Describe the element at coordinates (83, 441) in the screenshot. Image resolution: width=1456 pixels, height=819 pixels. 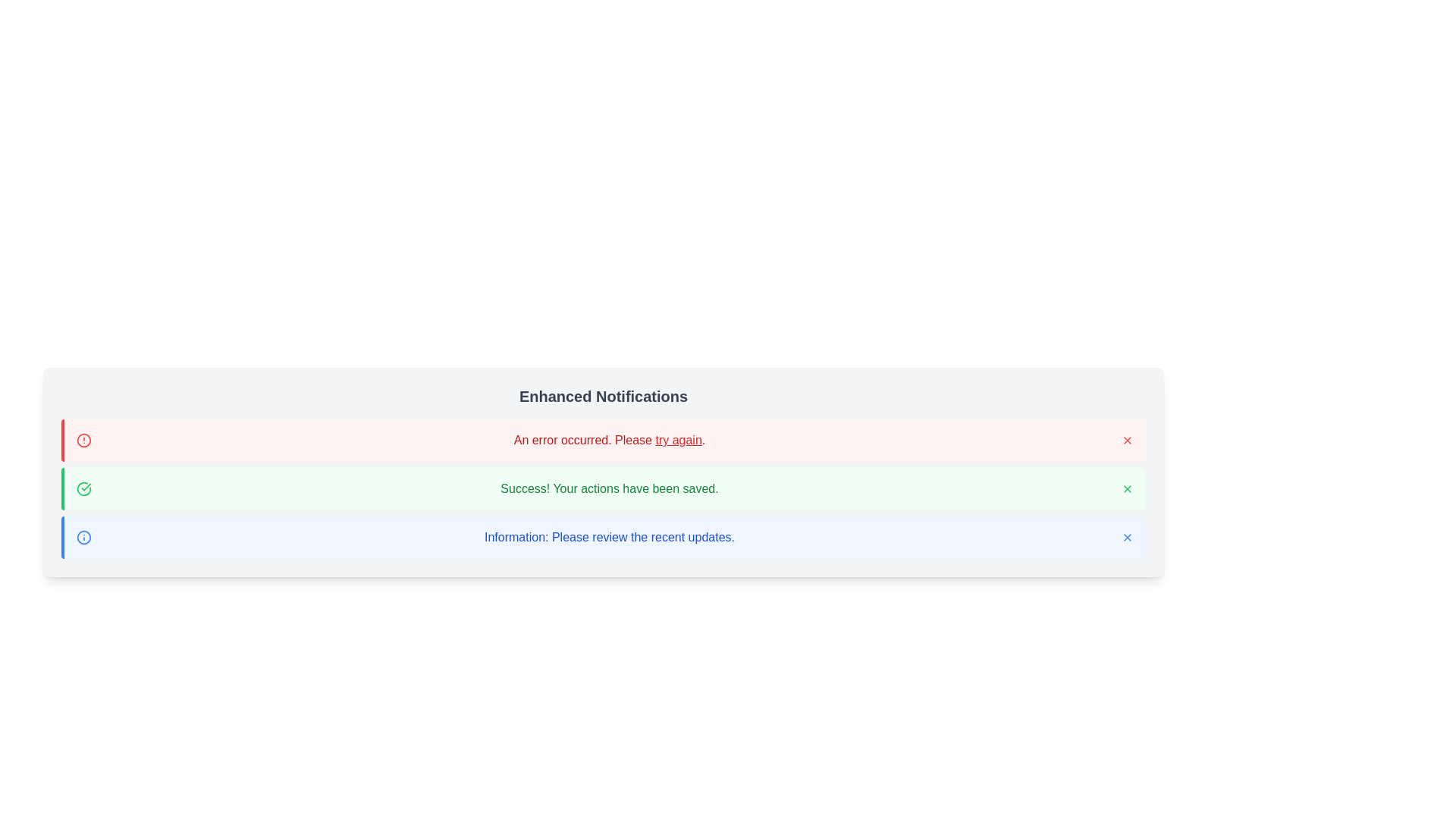
I see `the error icon located at the leftmost part of the alert box displaying 'An error occurred. Please try again.'` at that location.